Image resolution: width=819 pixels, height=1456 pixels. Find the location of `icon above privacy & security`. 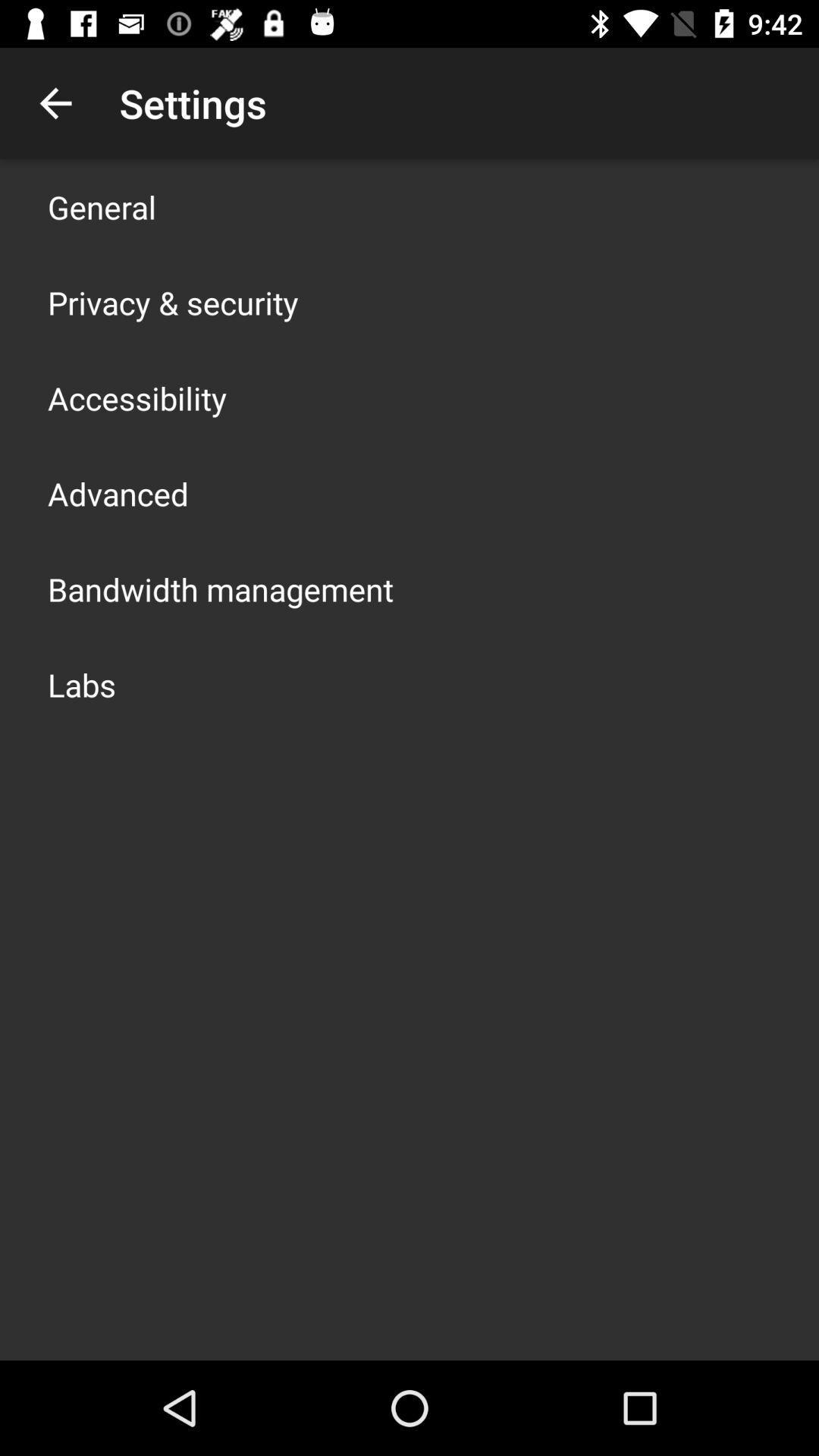

icon above privacy & security is located at coordinates (102, 206).